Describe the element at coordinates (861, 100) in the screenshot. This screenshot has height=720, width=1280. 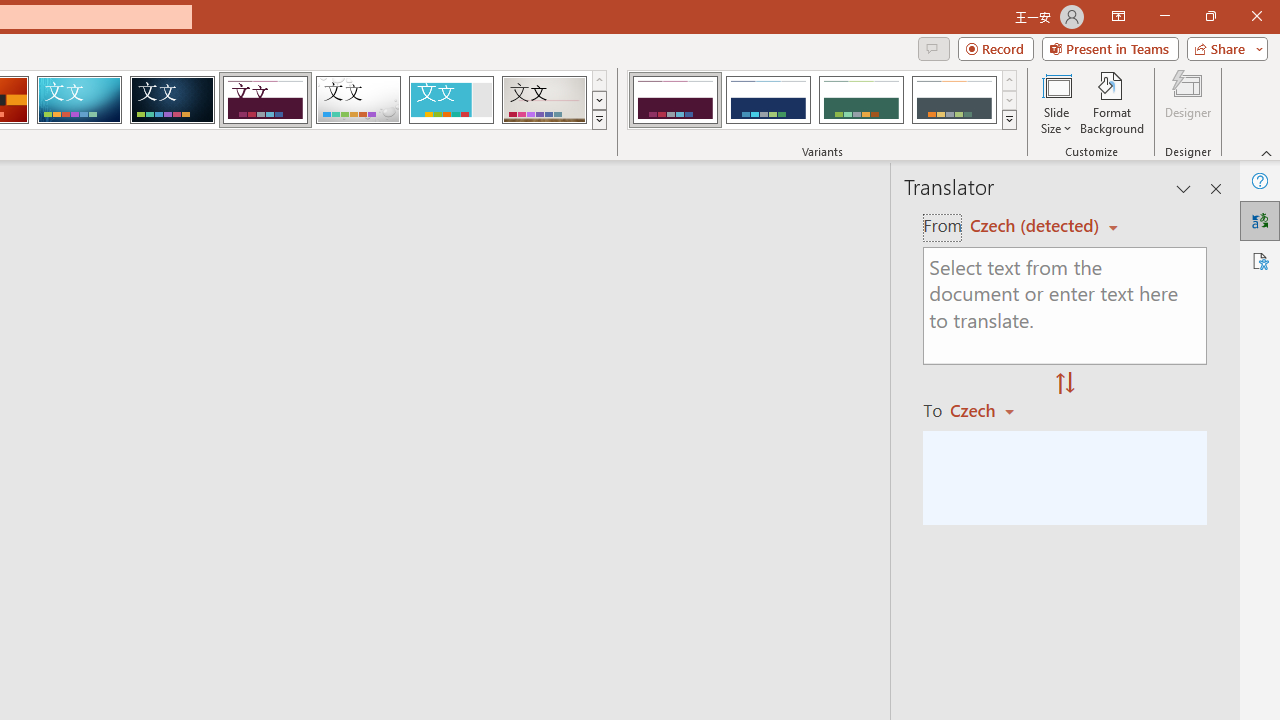
I see `'Dividend Variant 3'` at that location.